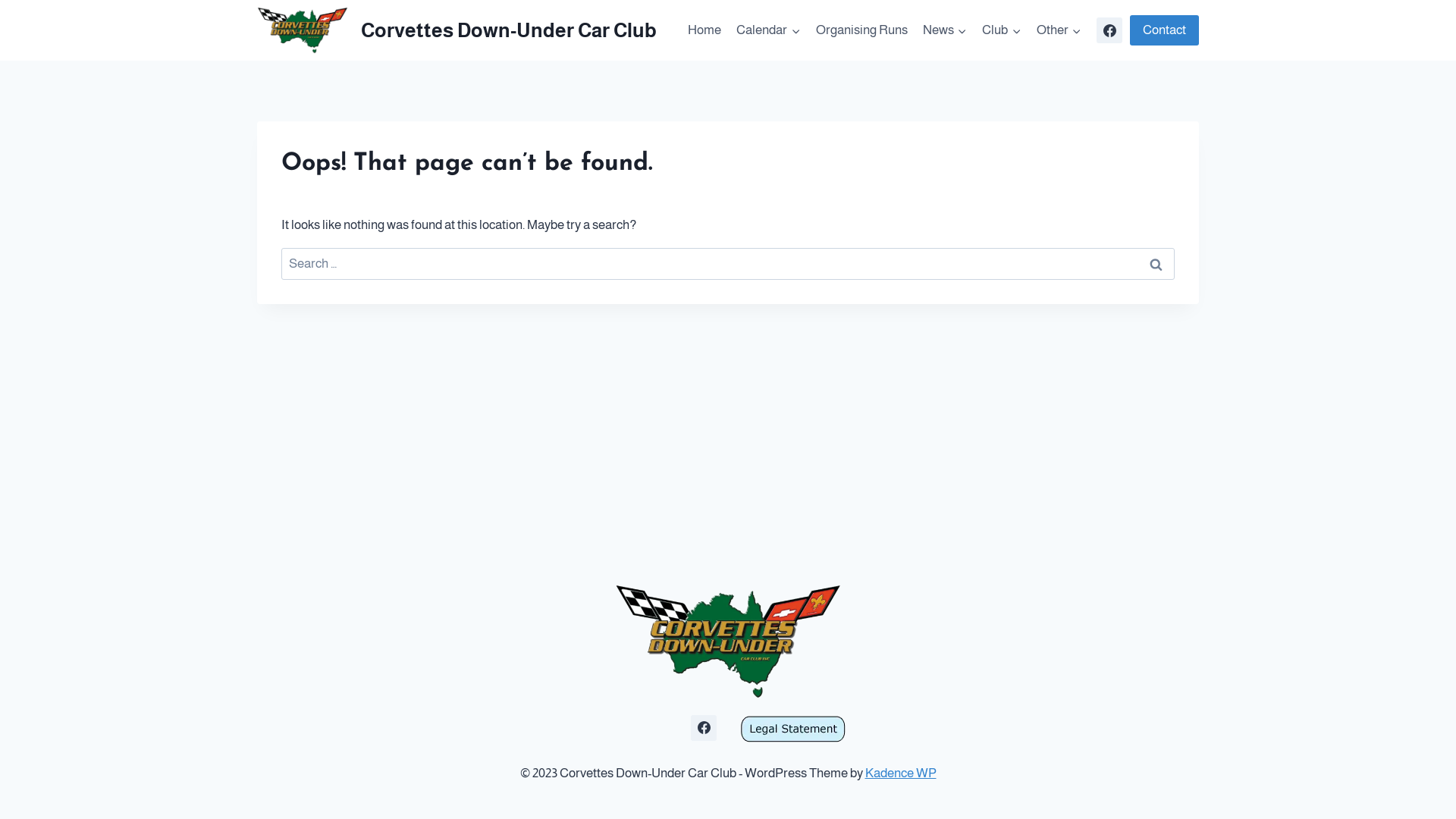 This screenshot has width=1456, height=819. What do you see at coordinates (1163, 30) in the screenshot?
I see `'Contact'` at bounding box center [1163, 30].